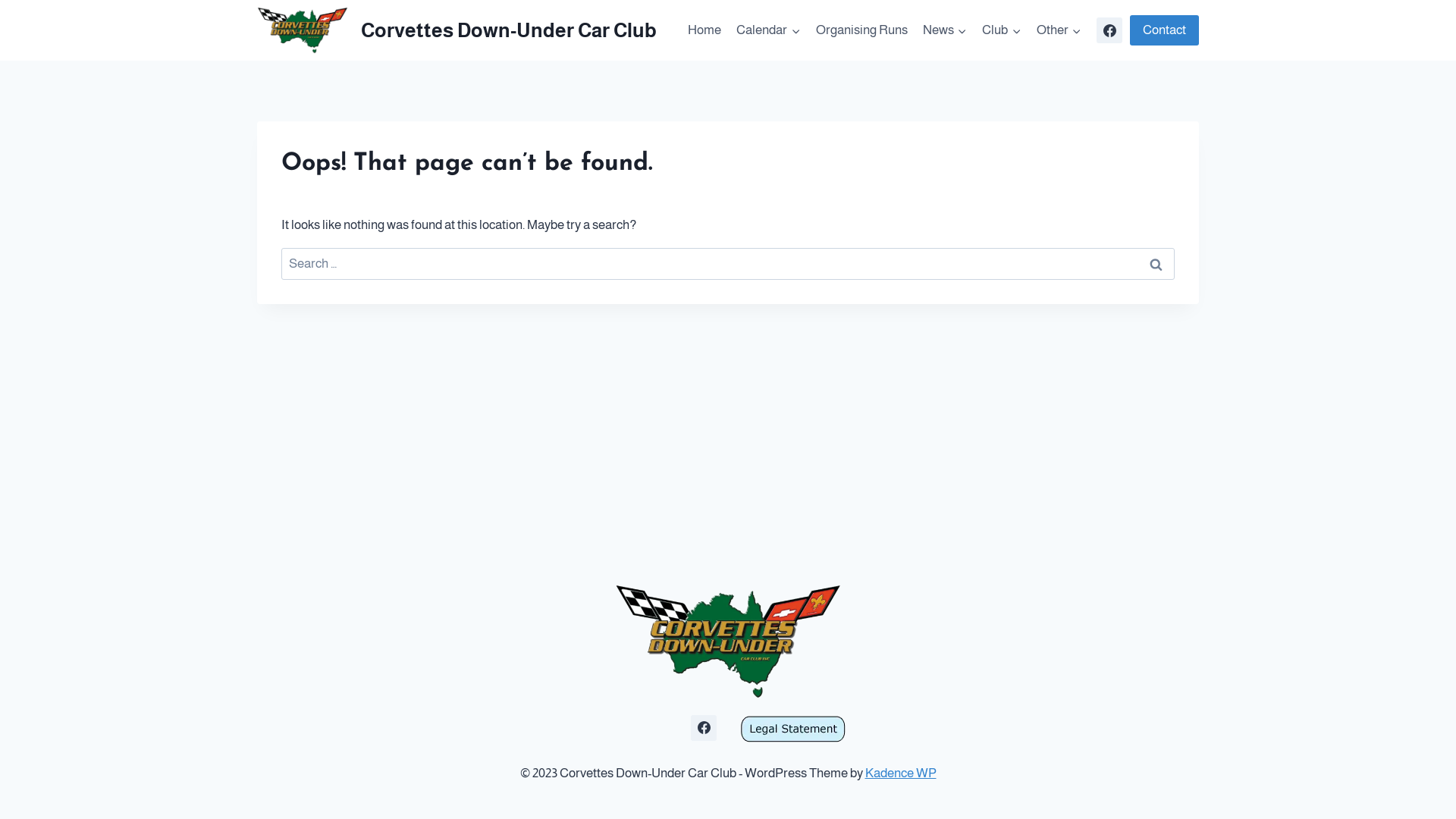 This screenshot has width=1456, height=819. What do you see at coordinates (1163, 30) in the screenshot?
I see `'Contact'` at bounding box center [1163, 30].